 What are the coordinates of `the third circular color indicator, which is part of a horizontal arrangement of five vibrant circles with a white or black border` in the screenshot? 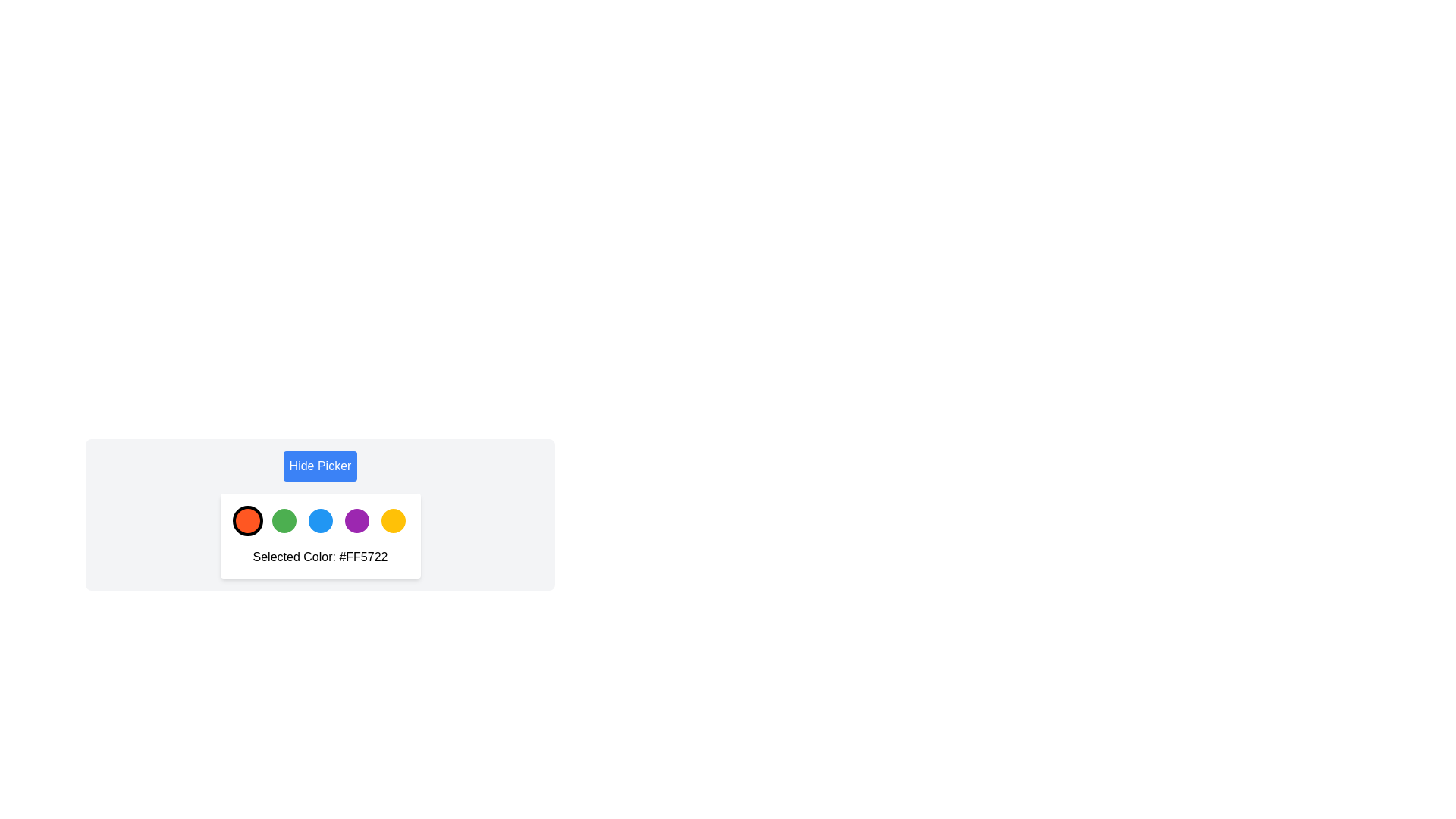 It's located at (319, 519).